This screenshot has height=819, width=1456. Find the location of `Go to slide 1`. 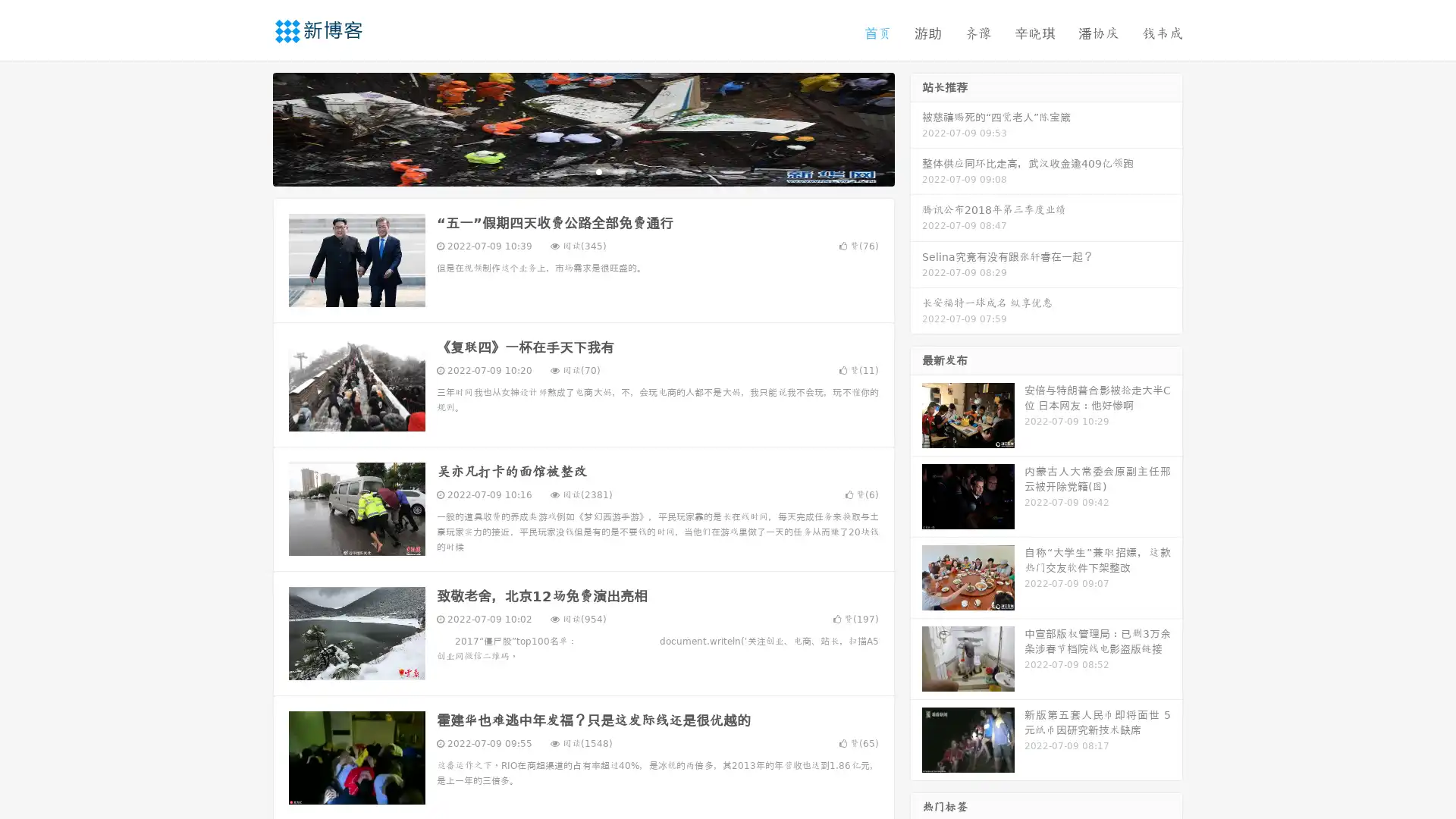

Go to slide 1 is located at coordinates (567, 171).